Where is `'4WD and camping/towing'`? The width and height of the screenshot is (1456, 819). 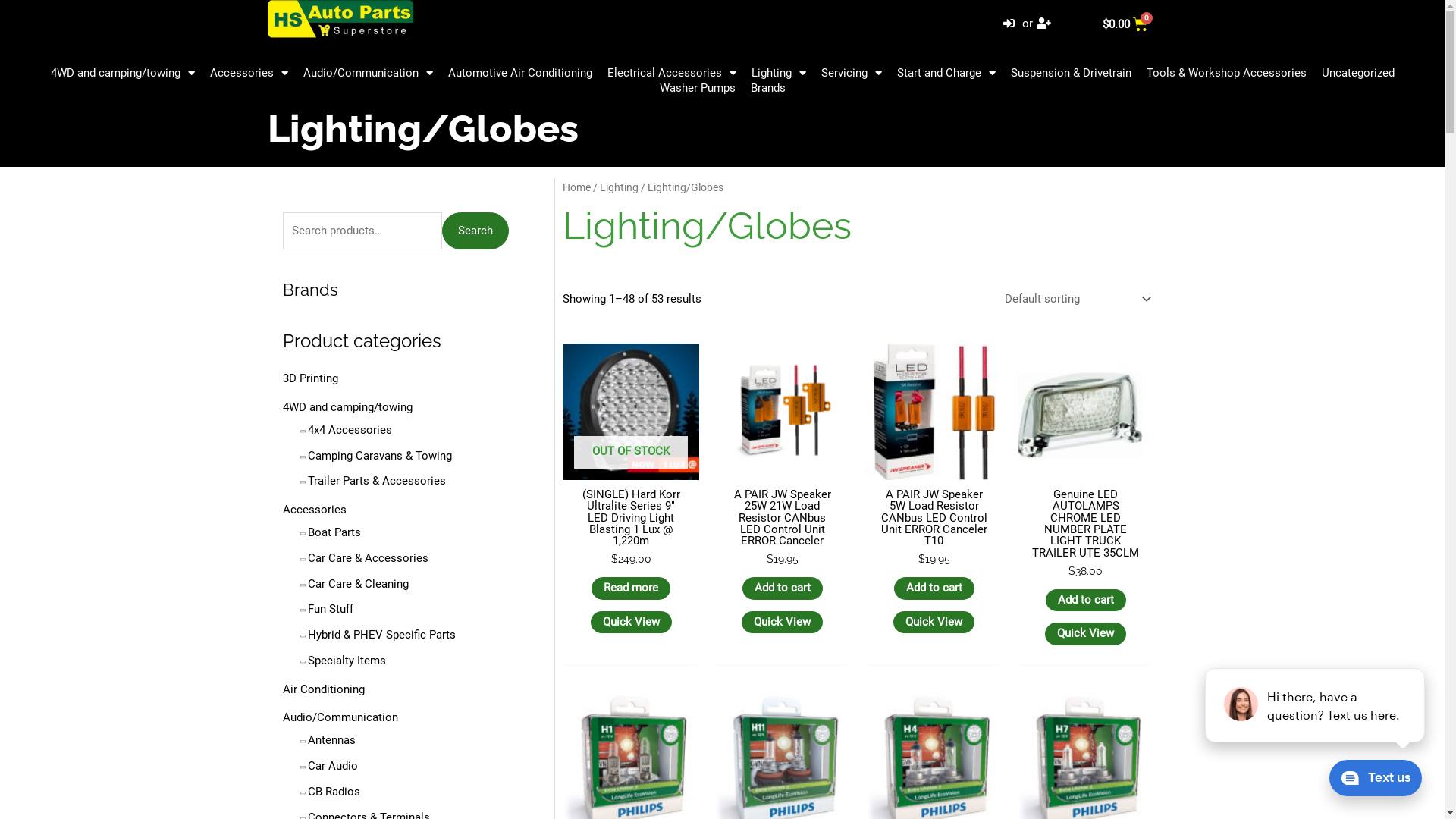
'4WD and camping/towing' is located at coordinates (122, 73).